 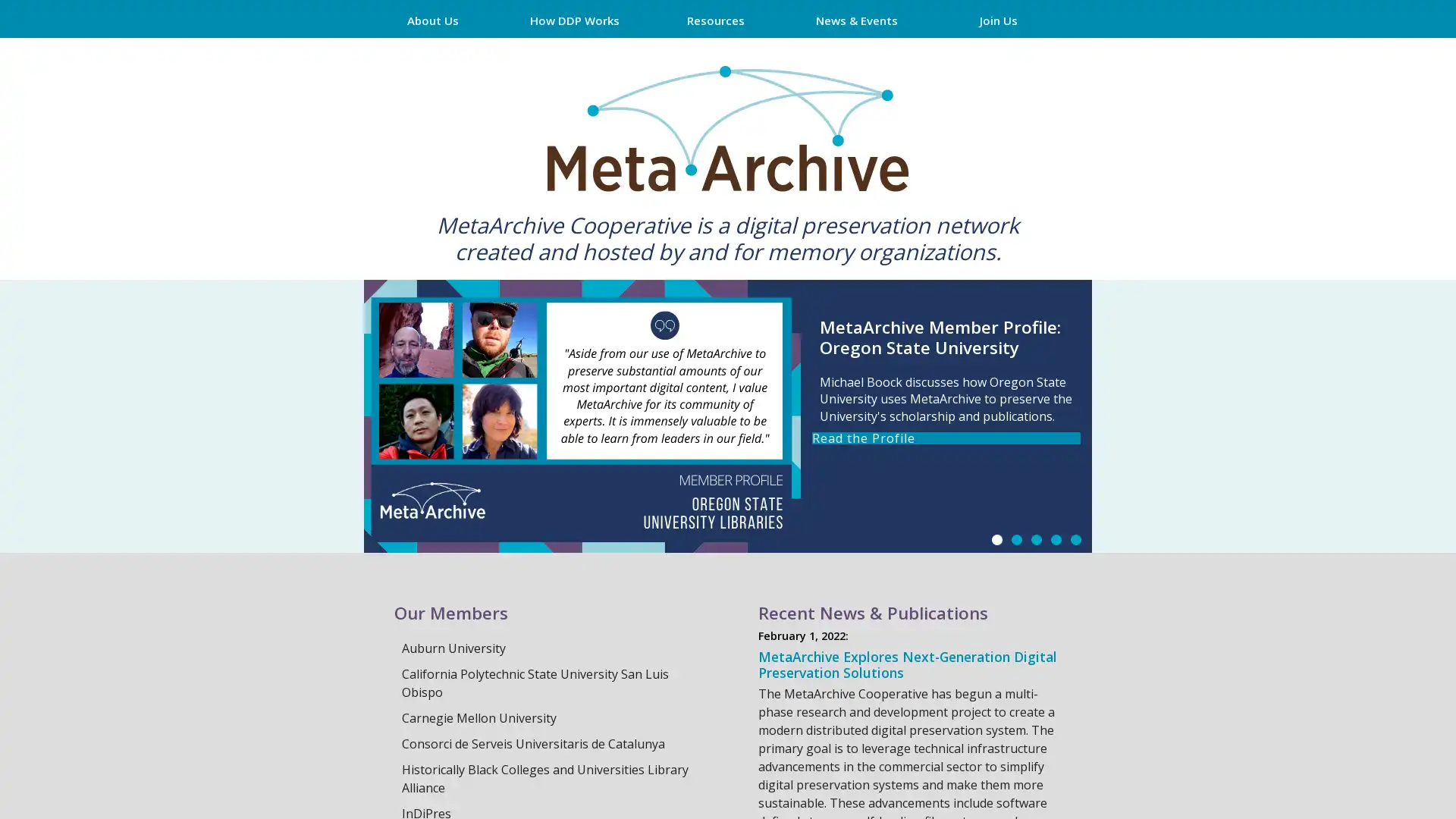 I want to click on Go to slide 3, so click(x=1036, y=539).